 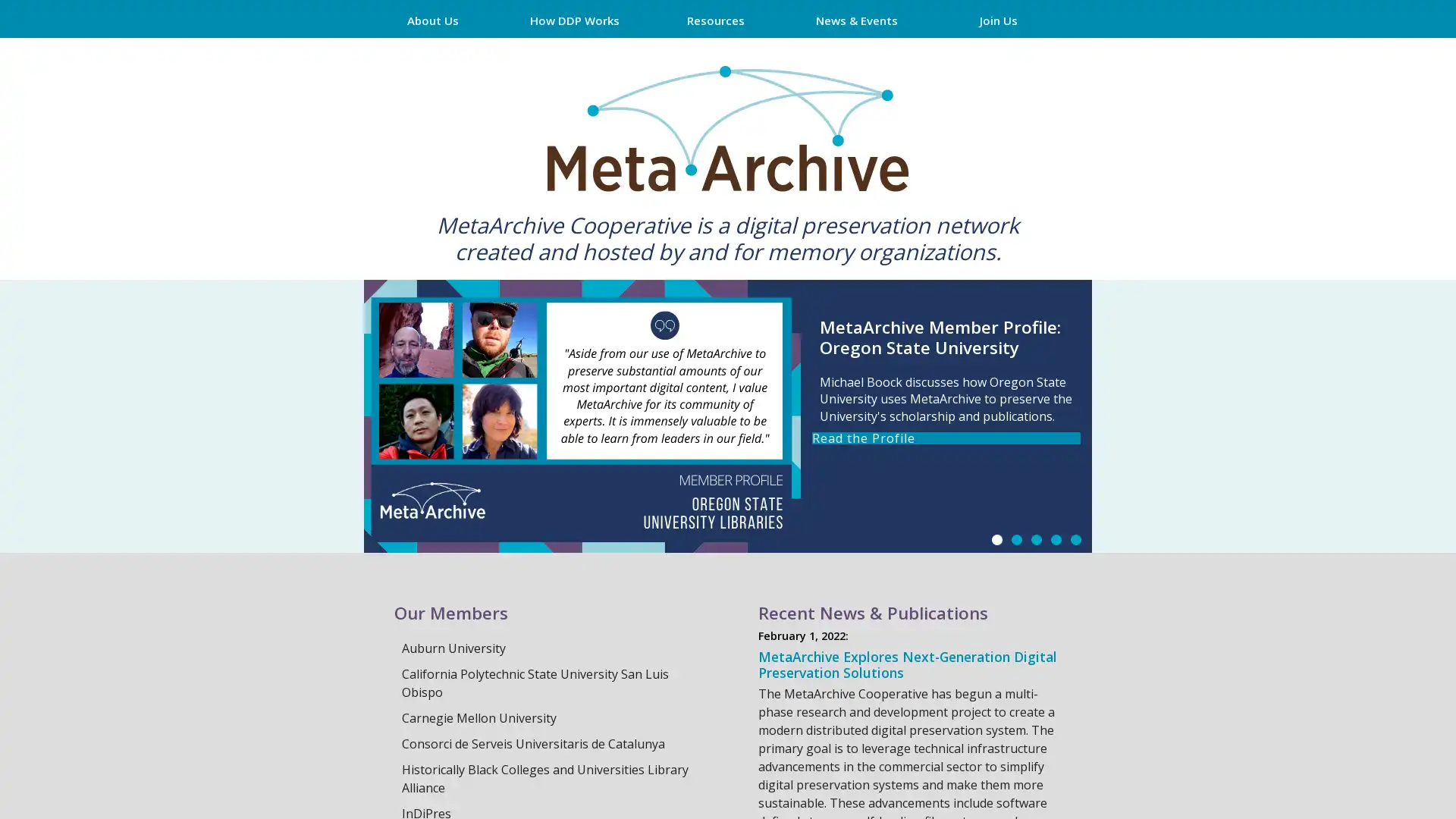 I want to click on Go to slide 3, so click(x=1036, y=539).